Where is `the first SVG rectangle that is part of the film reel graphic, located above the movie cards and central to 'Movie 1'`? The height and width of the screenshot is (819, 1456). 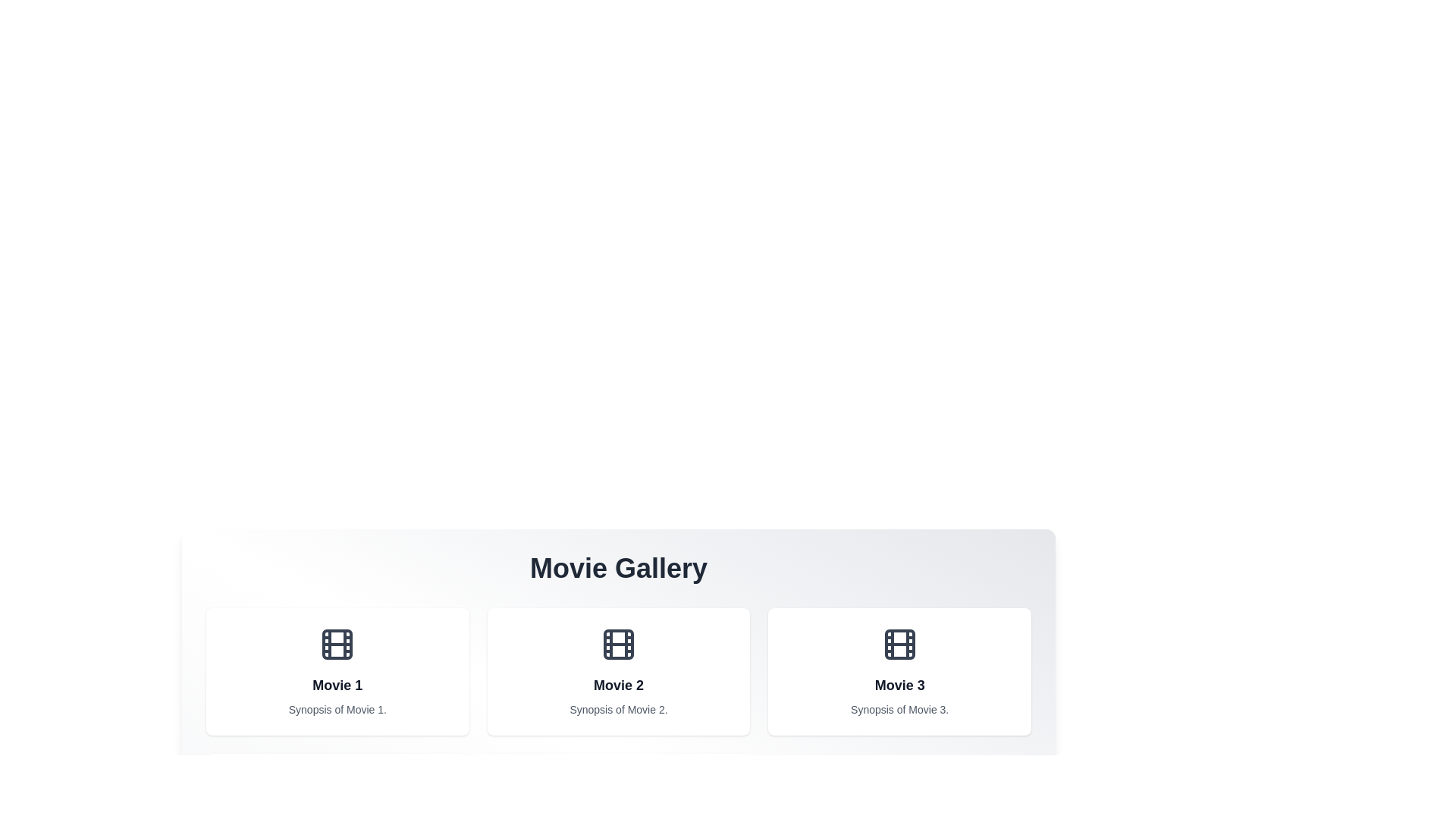 the first SVG rectangle that is part of the film reel graphic, located above the movie cards and central to 'Movie 1' is located at coordinates (337, 789).